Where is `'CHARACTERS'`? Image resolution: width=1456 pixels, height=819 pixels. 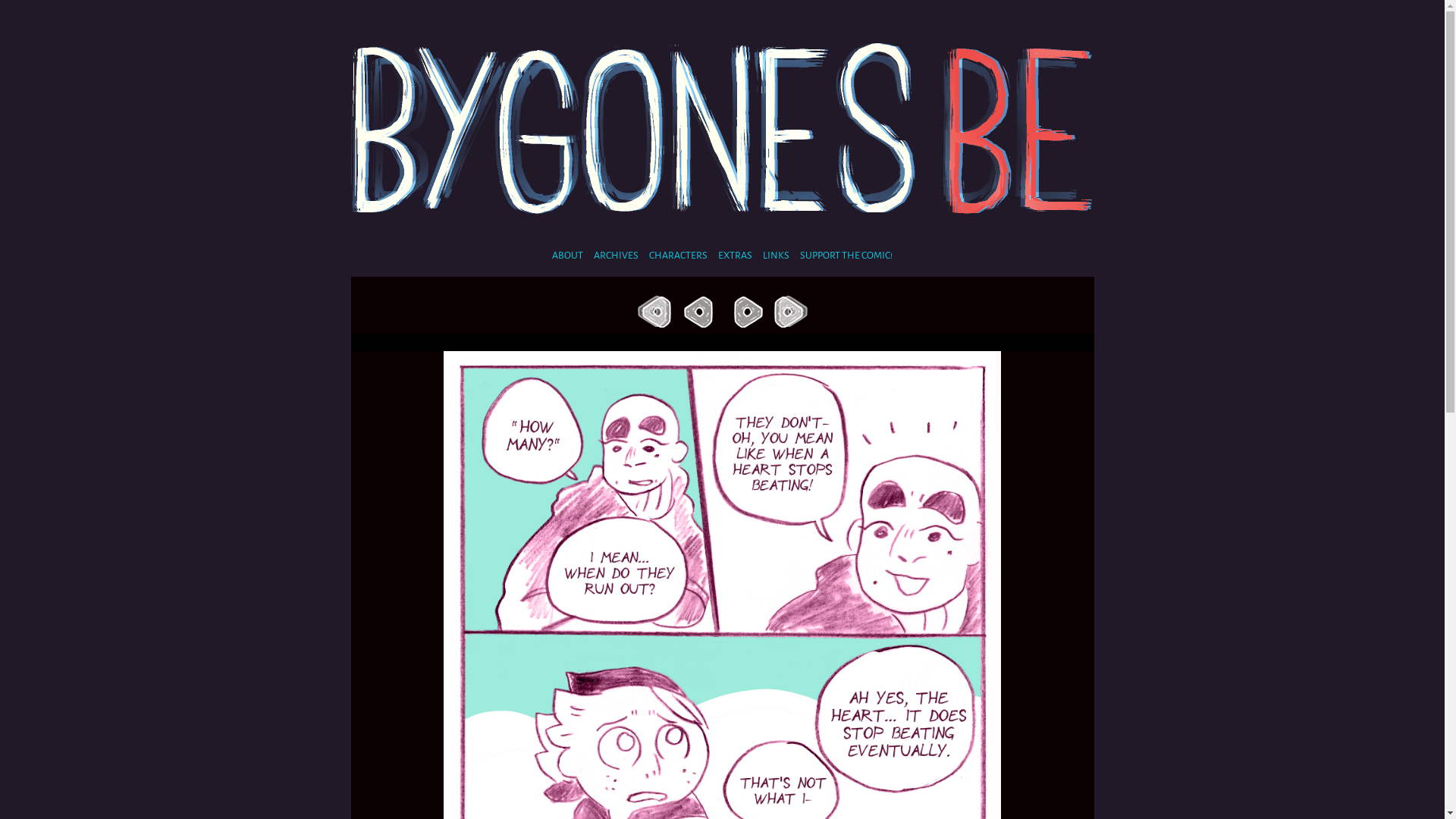
'CHARACTERS' is located at coordinates (677, 255).